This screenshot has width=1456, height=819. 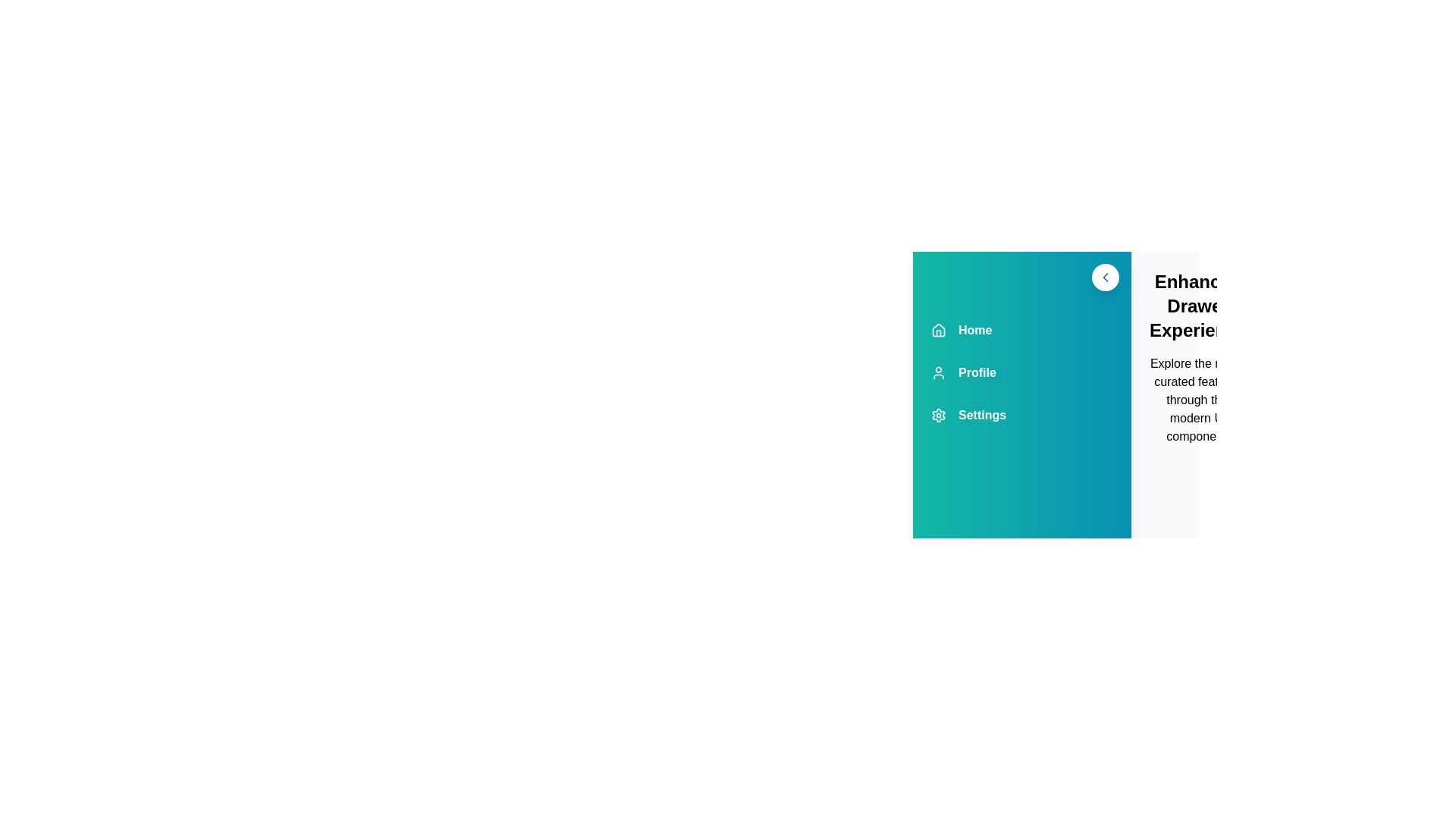 I want to click on the Profile navigation item in the drawer, so click(x=1022, y=373).